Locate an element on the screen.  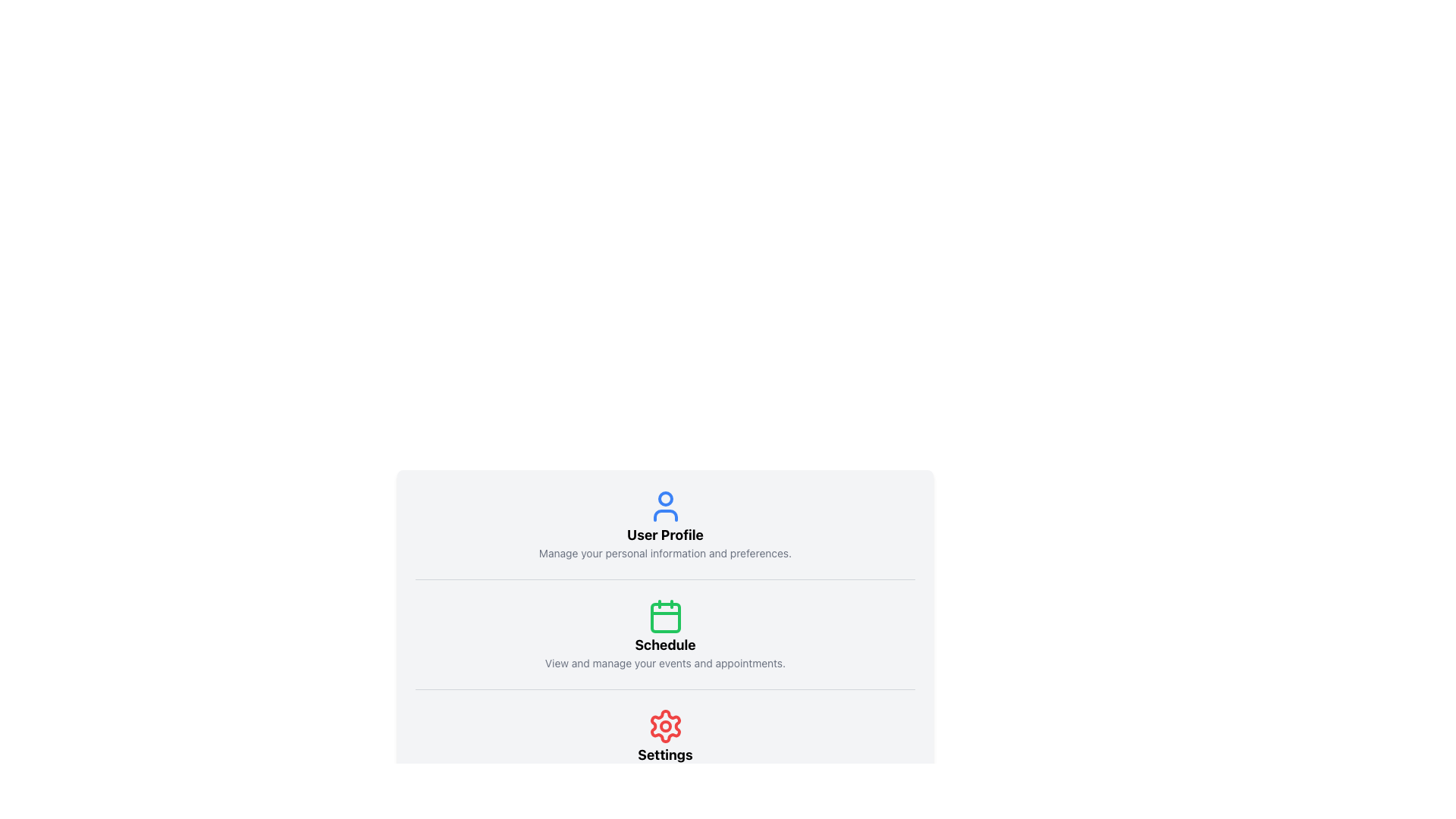
Section Header with Icon that guides users to manage their personal information and preferences, positioned above the 'Schedule' and 'Settings' sections is located at coordinates (665, 523).